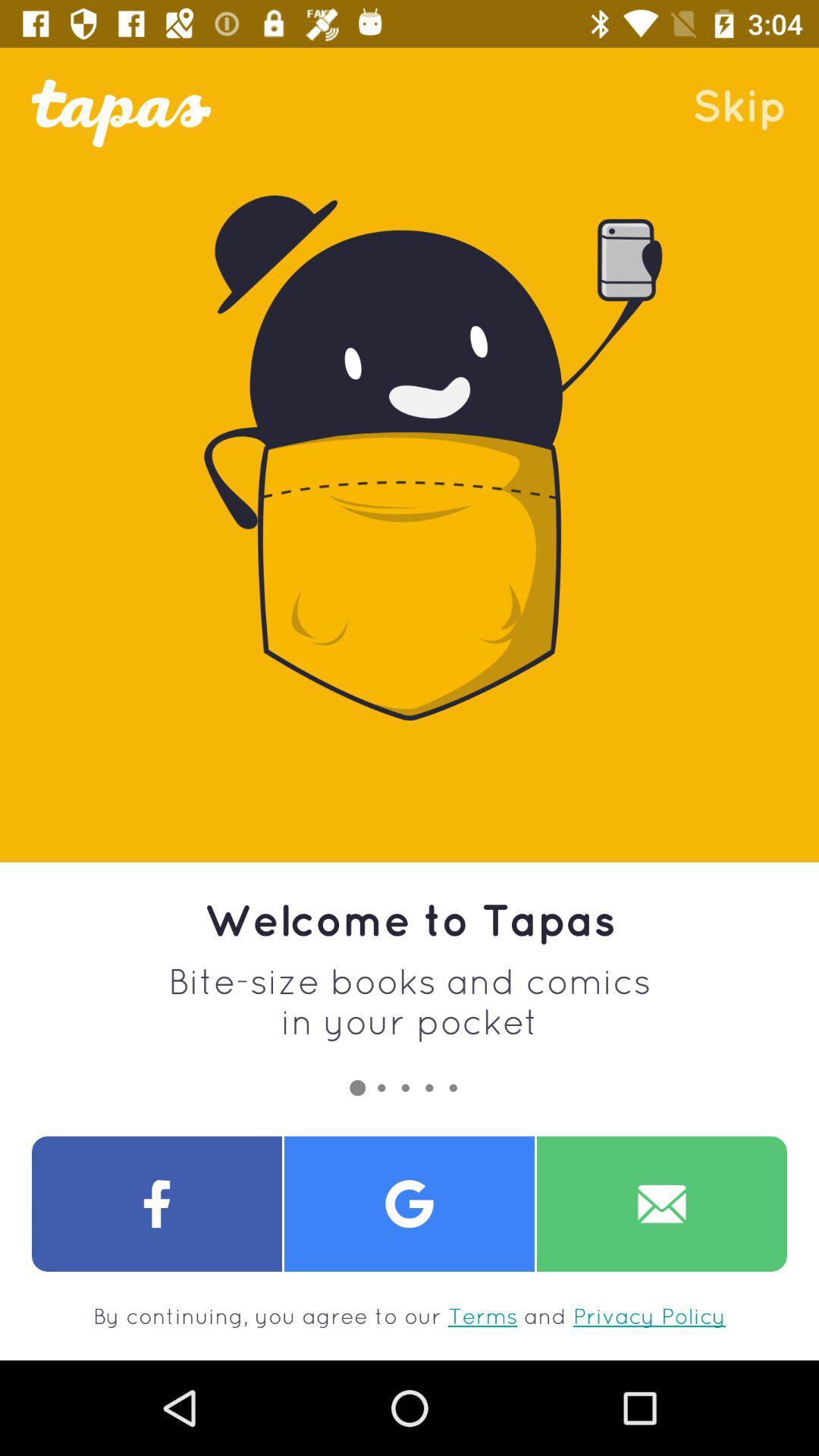 The height and width of the screenshot is (1456, 819). Describe the element at coordinates (157, 1203) in the screenshot. I see `open facebook` at that location.